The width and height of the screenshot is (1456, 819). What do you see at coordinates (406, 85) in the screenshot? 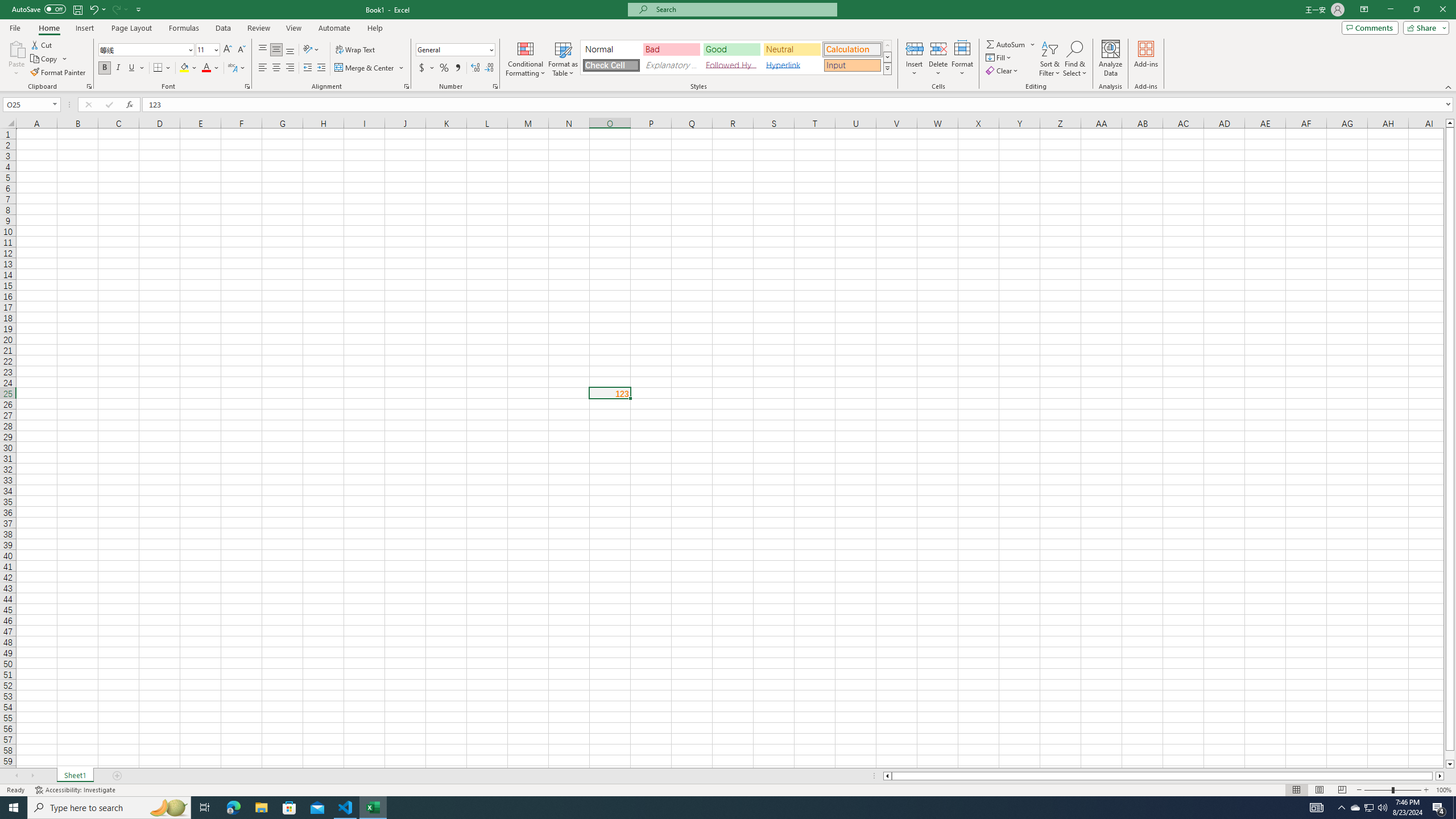
I see `'Format Cell Alignment'` at bounding box center [406, 85].